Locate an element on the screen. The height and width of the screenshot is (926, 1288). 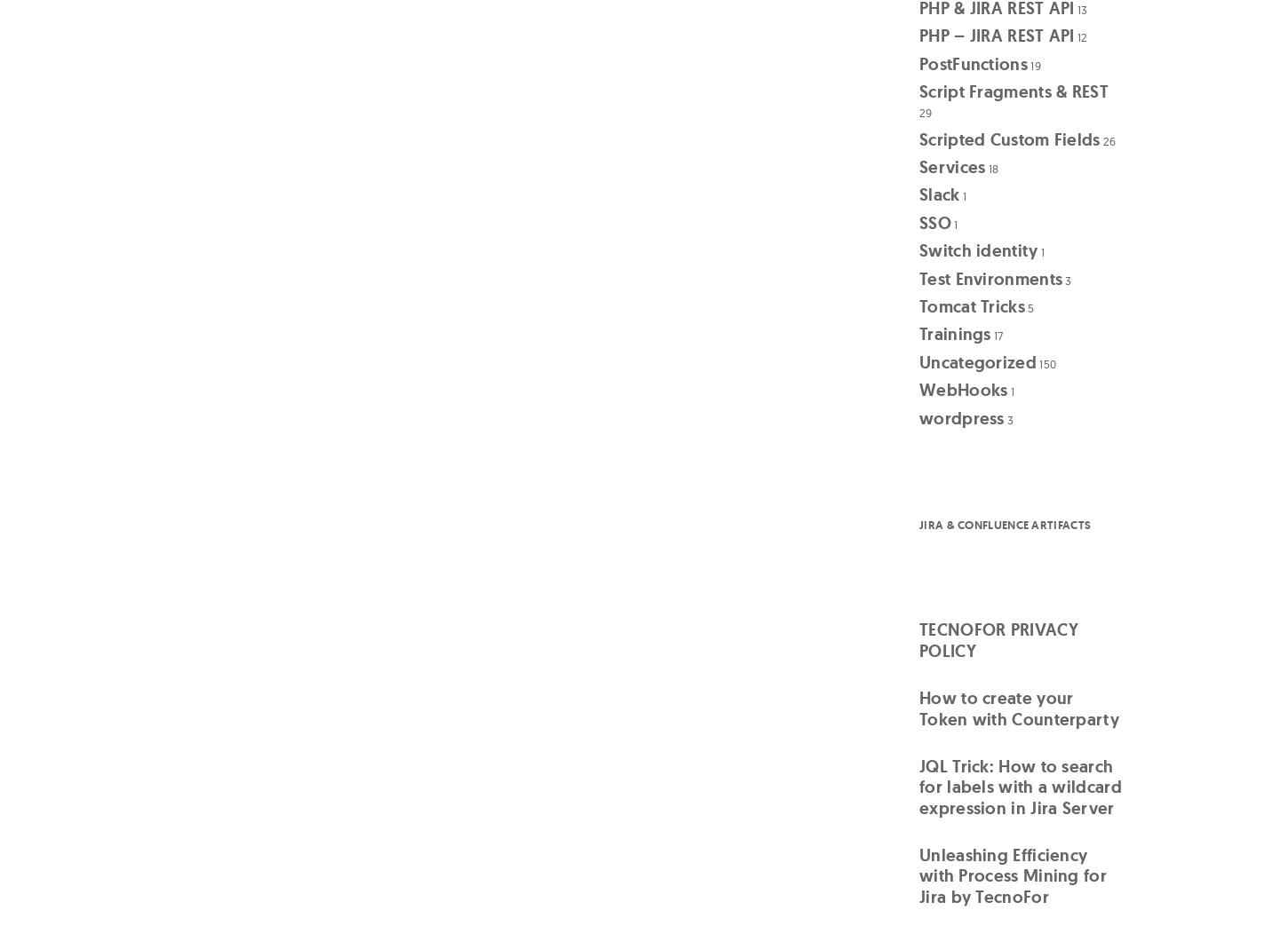
'Scripted Custom Fields' is located at coordinates (1008, 138).